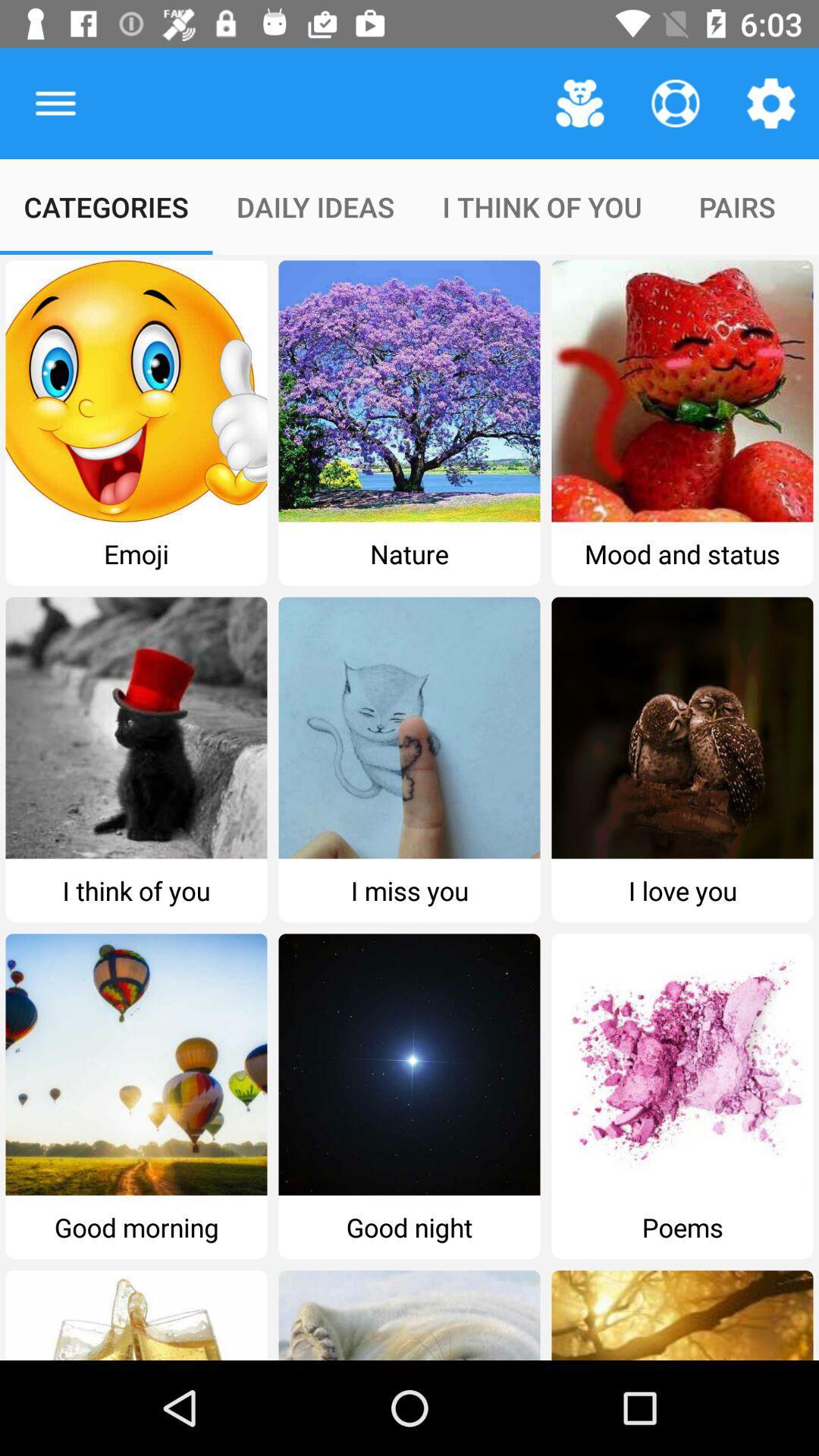  What do you see at coordinates (771, 102) in the screenshot?
I see `the icon above the pairs` at bounding box center [771, 102].